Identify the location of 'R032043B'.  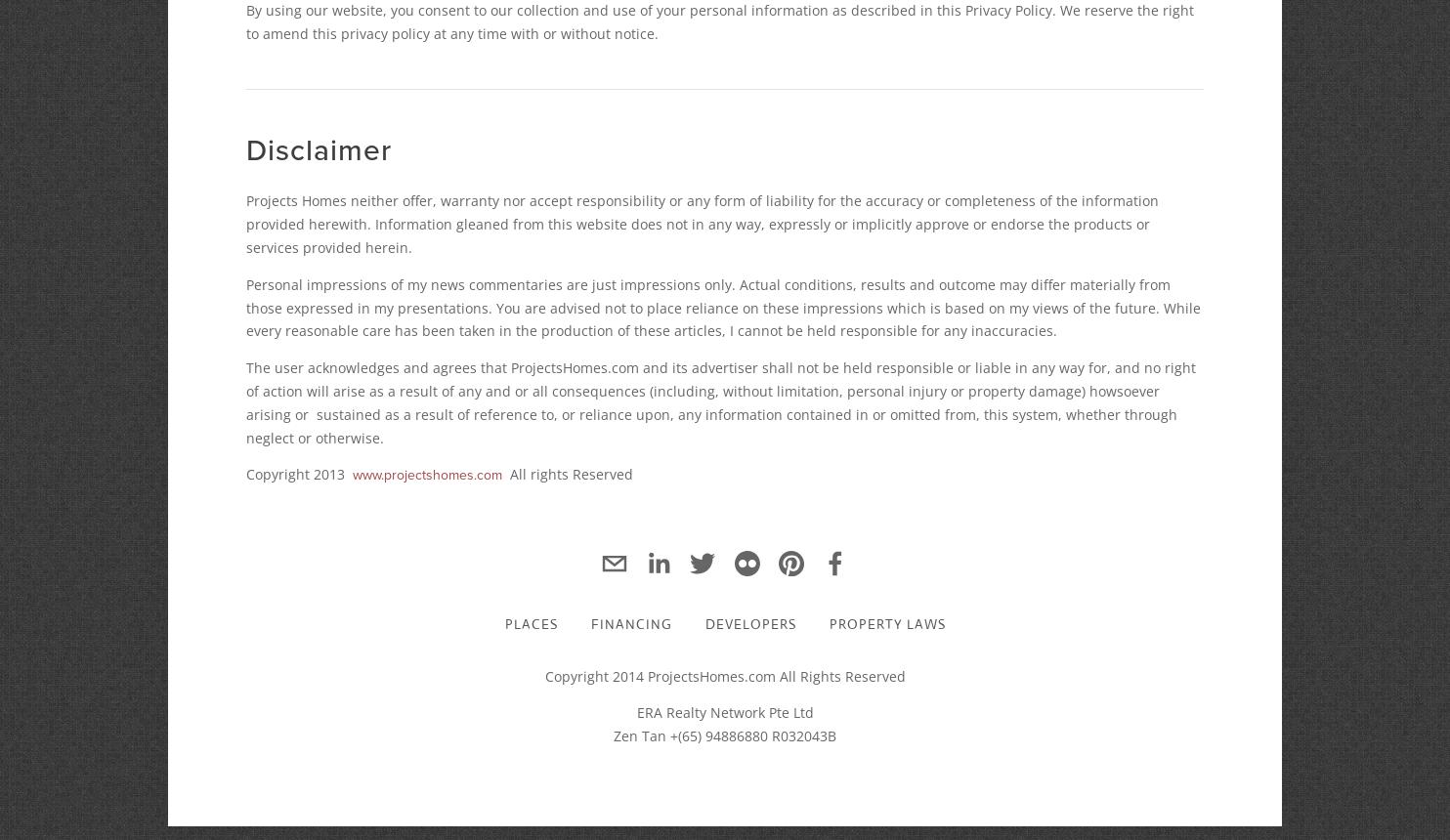
(804, 735).